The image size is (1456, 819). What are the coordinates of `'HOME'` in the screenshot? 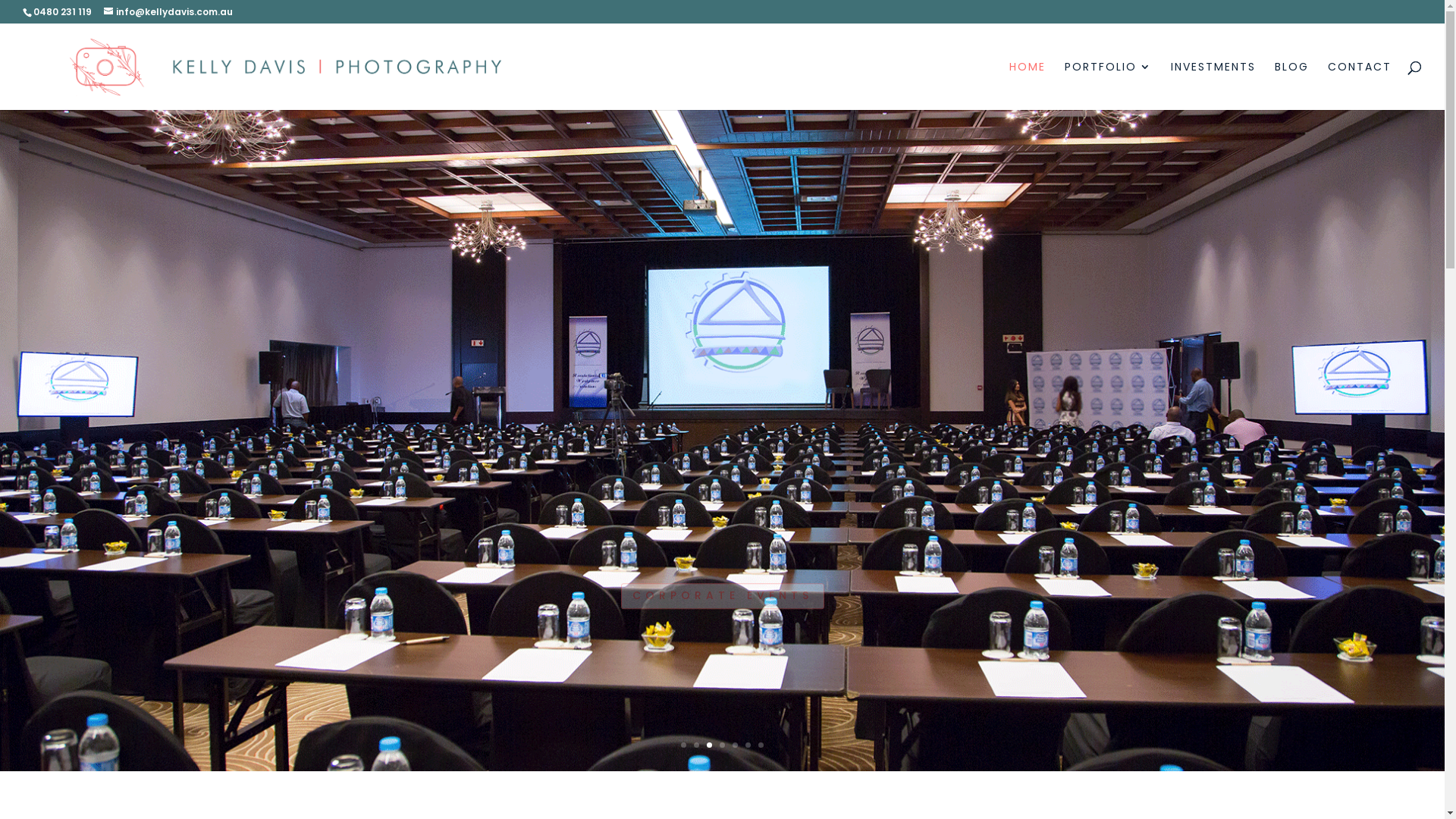 It's located at (1027, 85).